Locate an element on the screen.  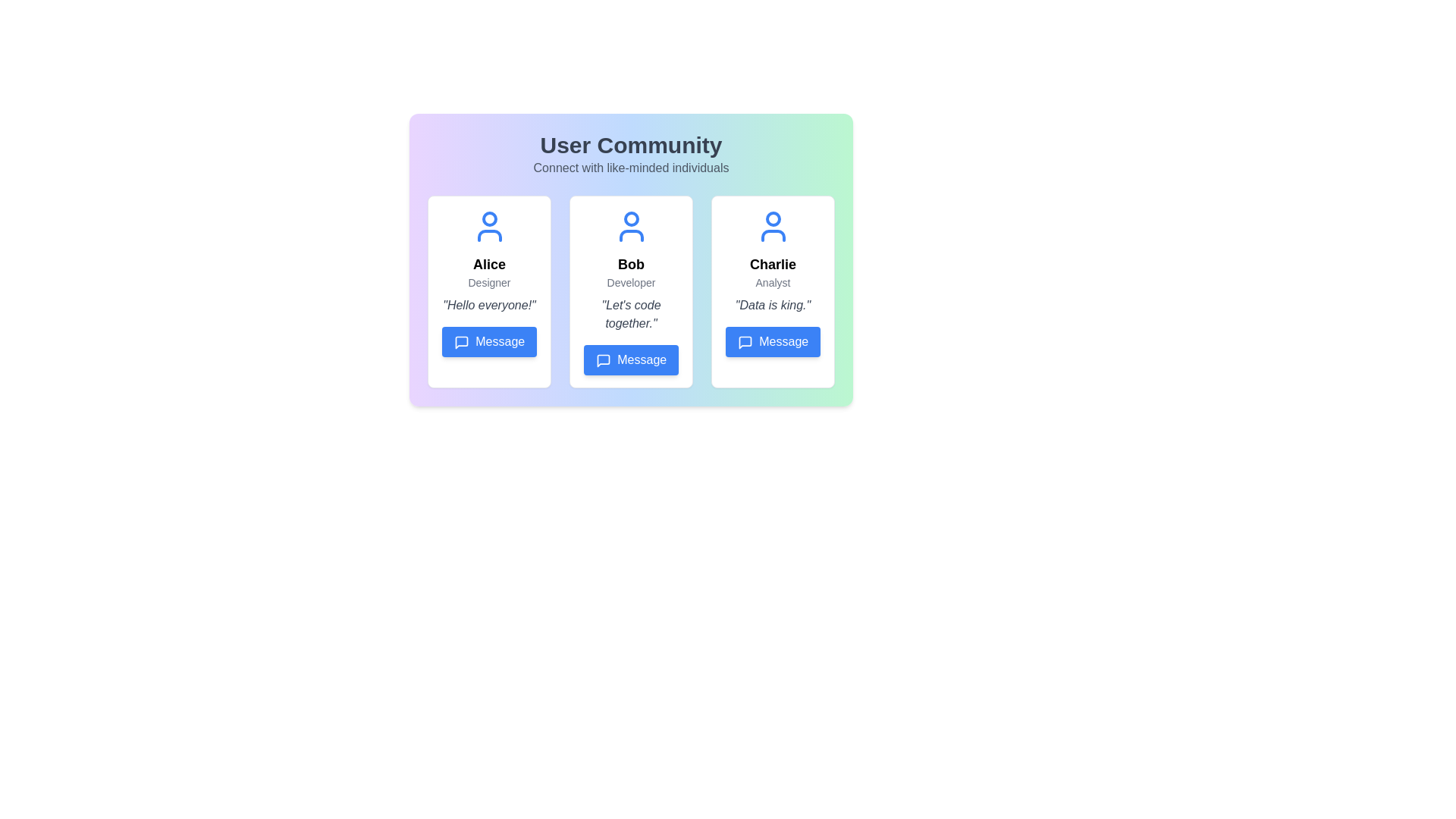
the text label displaying 'Designer' located directly beneath the user's name 'Alice' in the first user card is located at coordinates (489, 283).